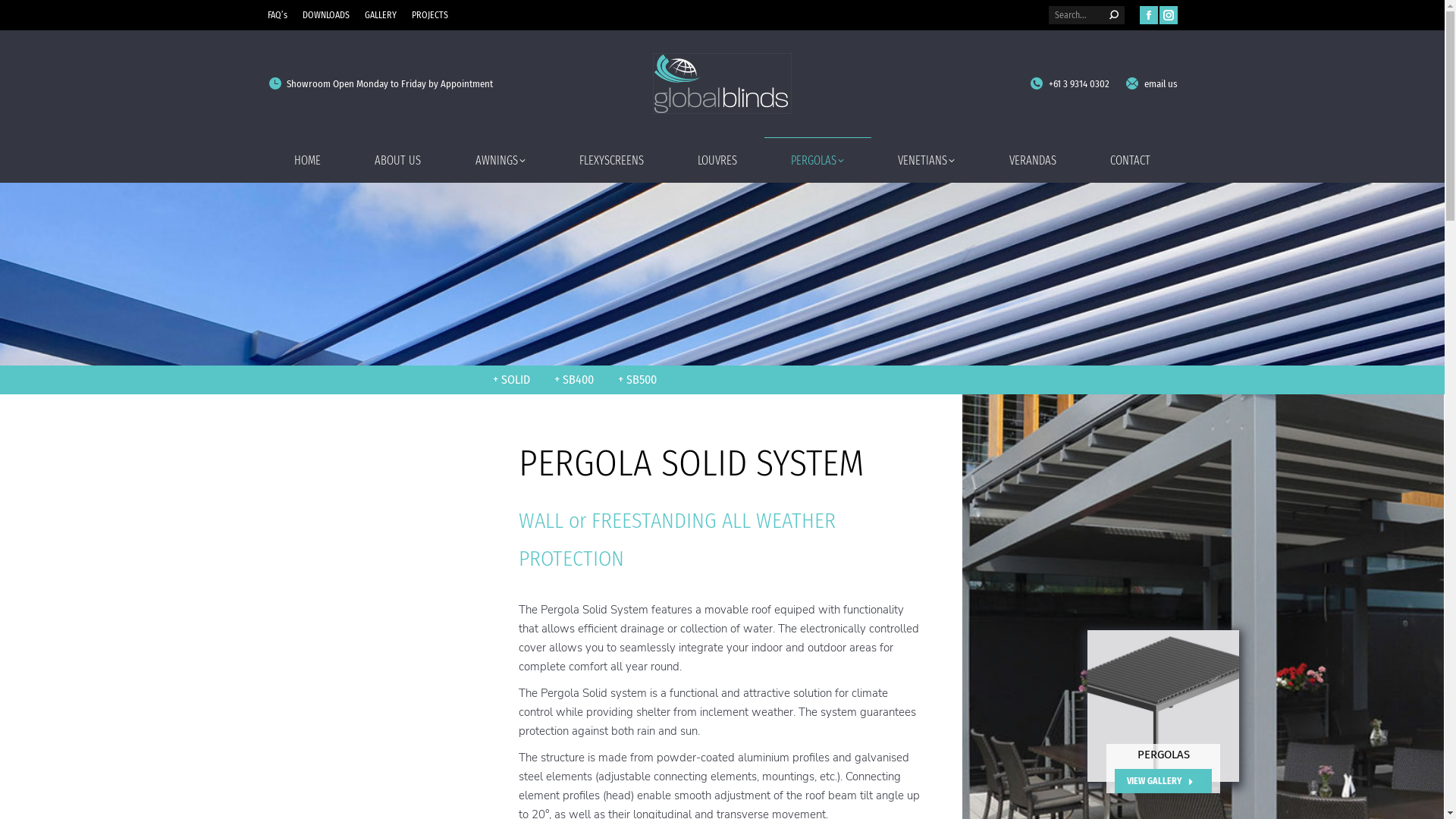 The width and height of the screenshot is (1456, 819). Describe the element at coordinates (611, 159) in the screenshot. I see `'FLEXYSCREENS'` at that location.